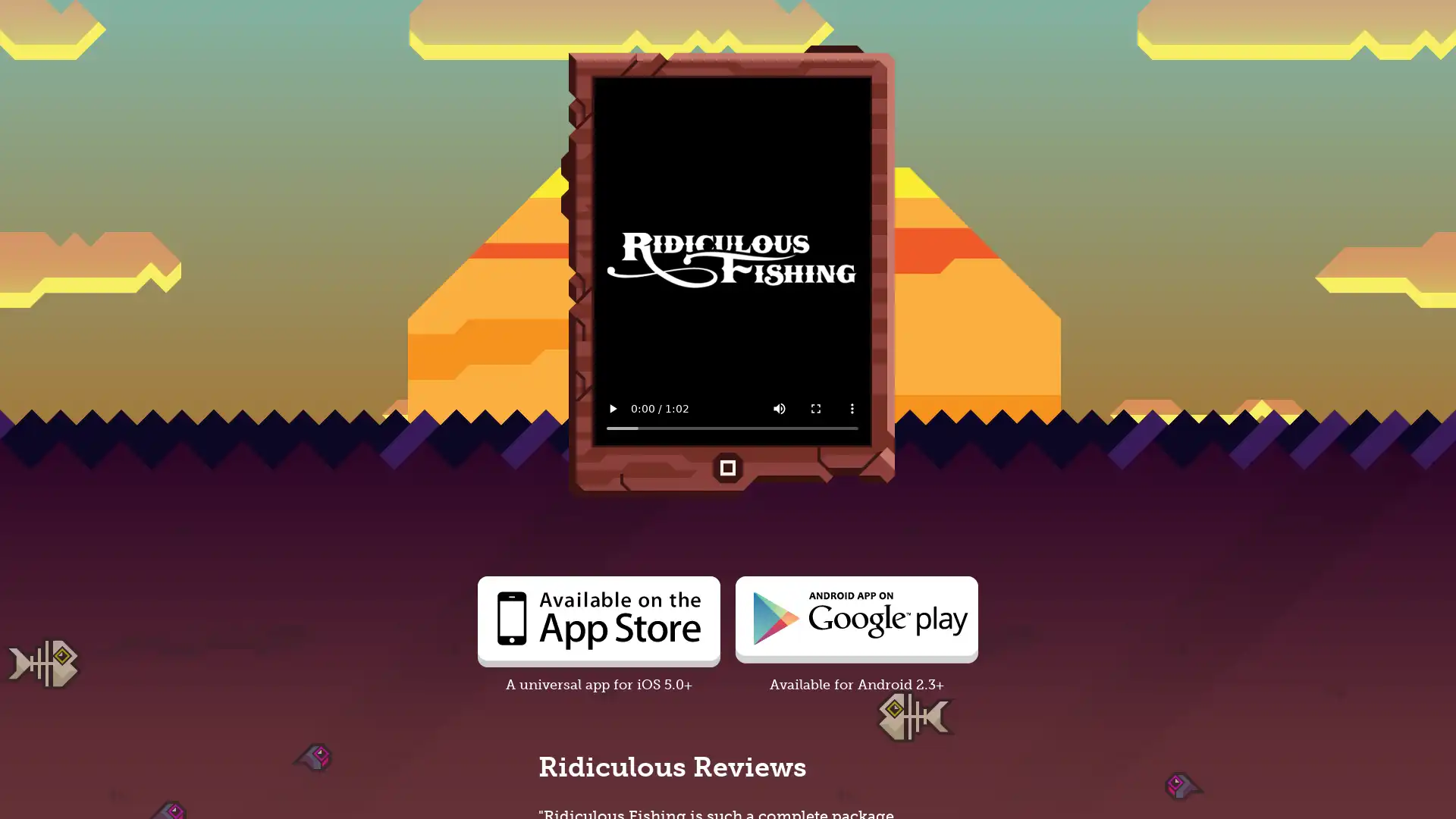 The image size is (1456, 819). Describe the element at coordinates (612, 408) in the screenshot. I see `play` at that location.